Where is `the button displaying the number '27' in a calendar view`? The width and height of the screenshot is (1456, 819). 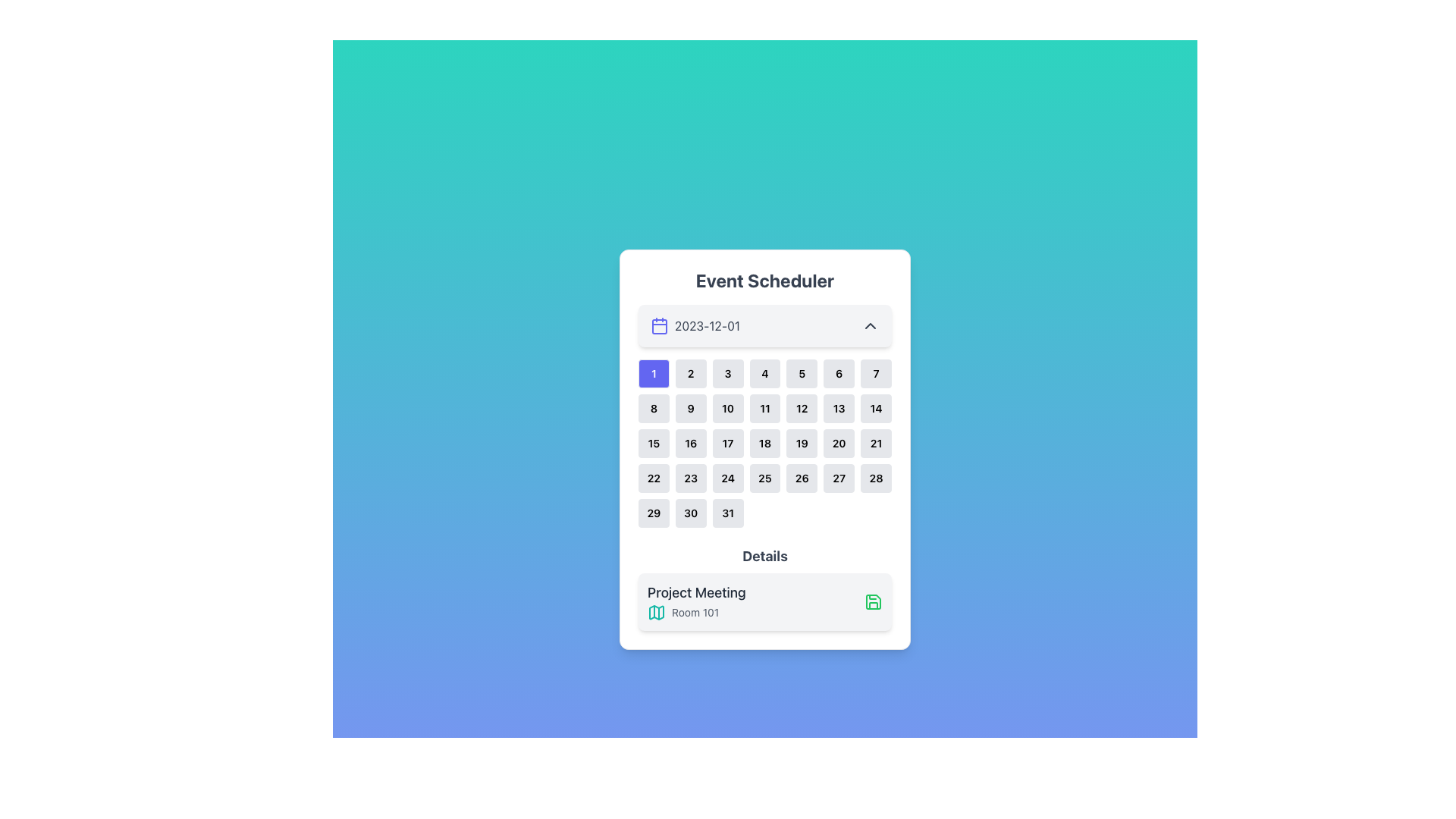
the button displaying the number '27' in a calendar view is located at coordinates (838, 479).